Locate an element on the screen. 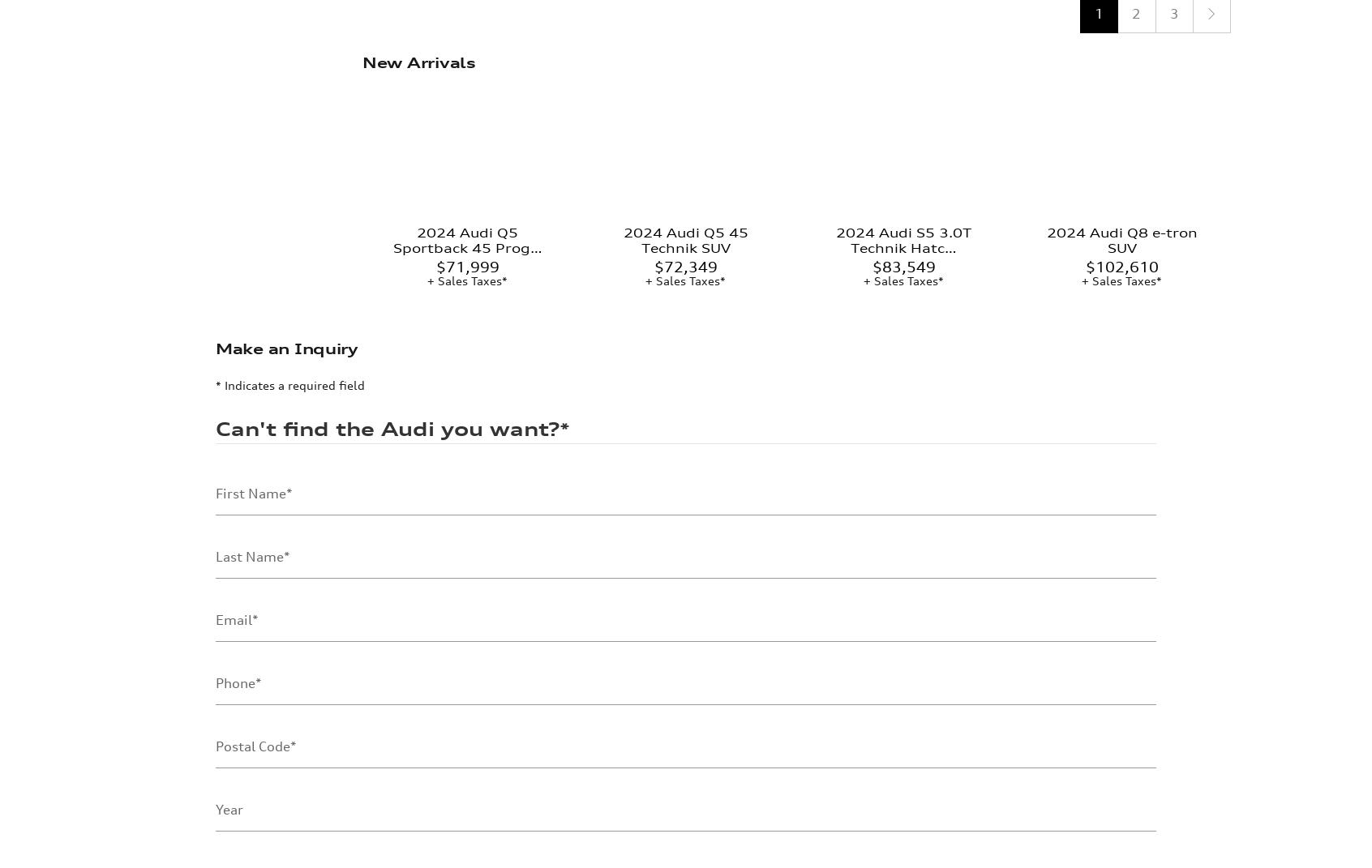 This screenshot has height=868, width=1372. 'Phone' is located at coordinates (234, 552).